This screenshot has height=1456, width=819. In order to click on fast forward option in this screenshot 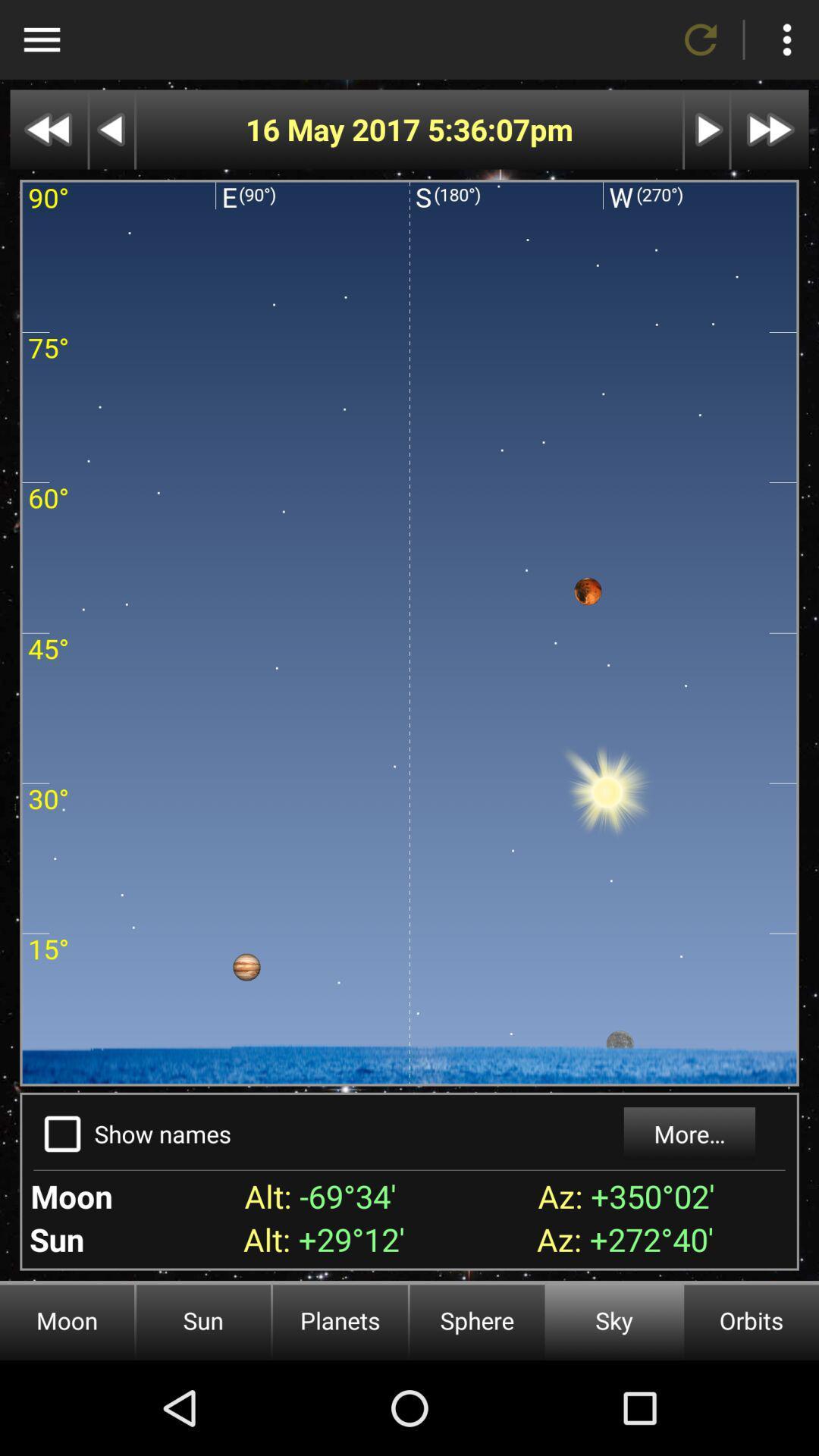, I will do `click(770, 130)`.